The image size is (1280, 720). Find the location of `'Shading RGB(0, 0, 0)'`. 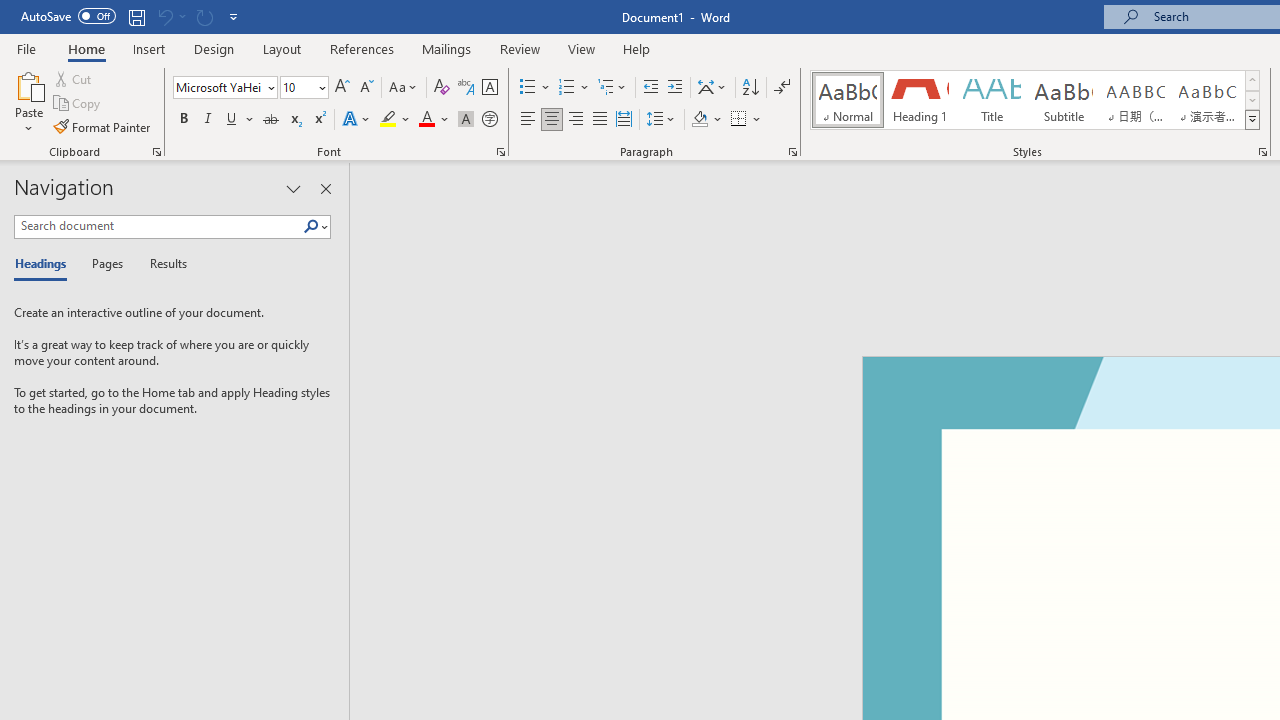

'Shading RGB(0, 0, 0)' is located at coordinates (699, 119).